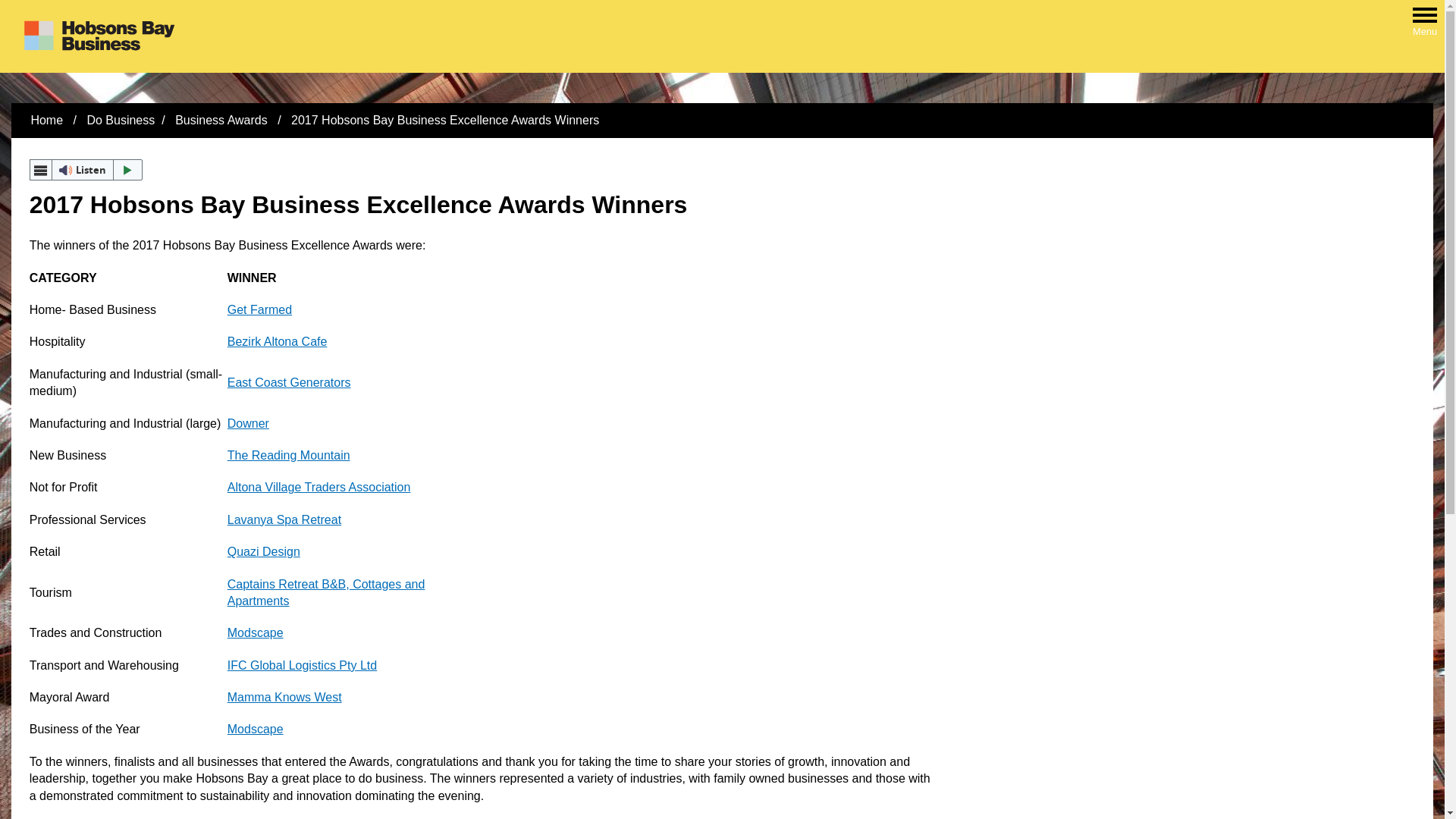 This screenshot has height=819, width=1456. I want to click on 'The Reading Mountain', so click(288, 454).